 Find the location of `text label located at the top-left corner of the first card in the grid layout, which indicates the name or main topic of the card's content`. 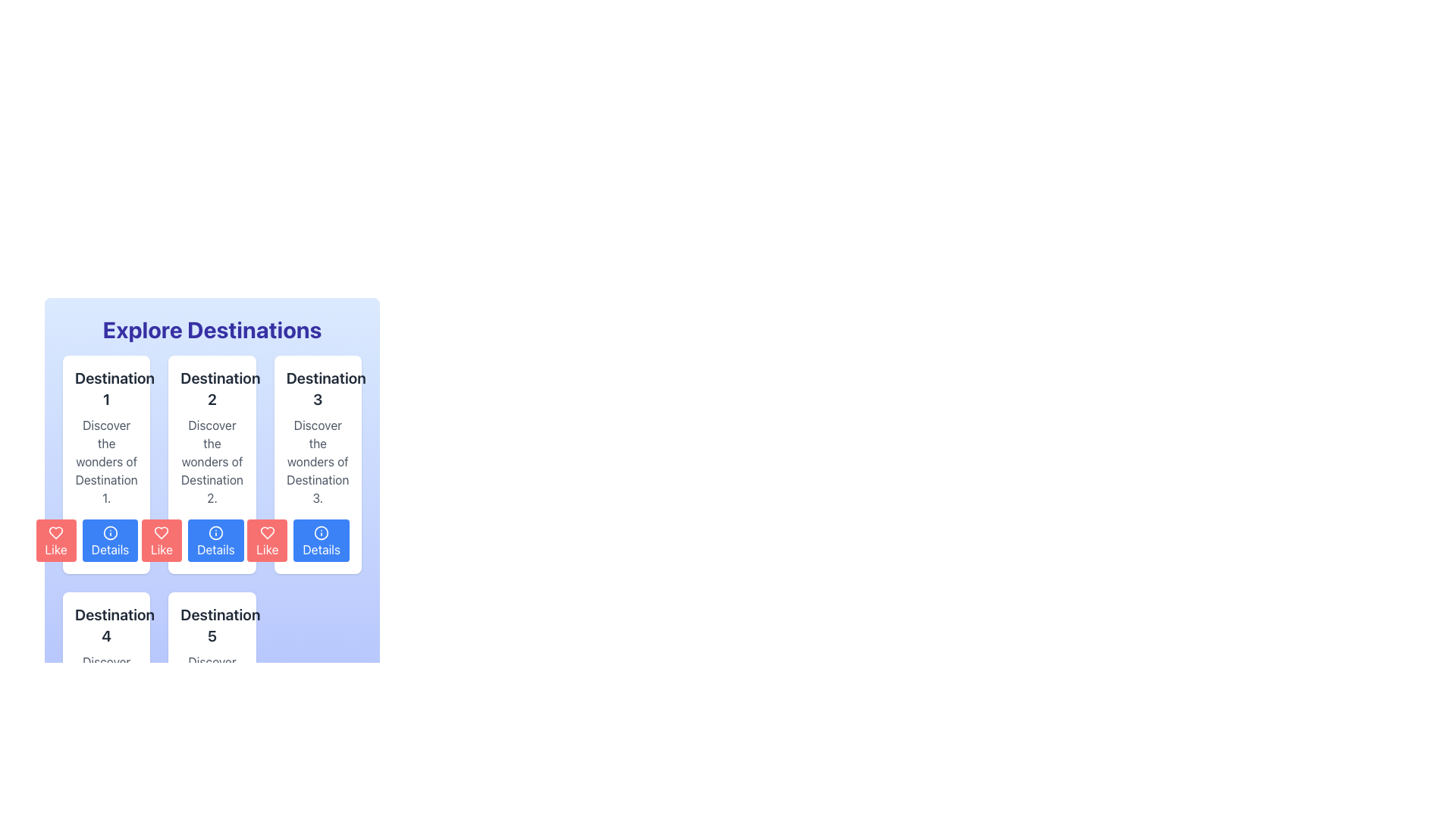

text label located at the top-left corner of the first card in the grid layout, which indicates the name or main topic of the card's content is located at coordinates (105, 388).